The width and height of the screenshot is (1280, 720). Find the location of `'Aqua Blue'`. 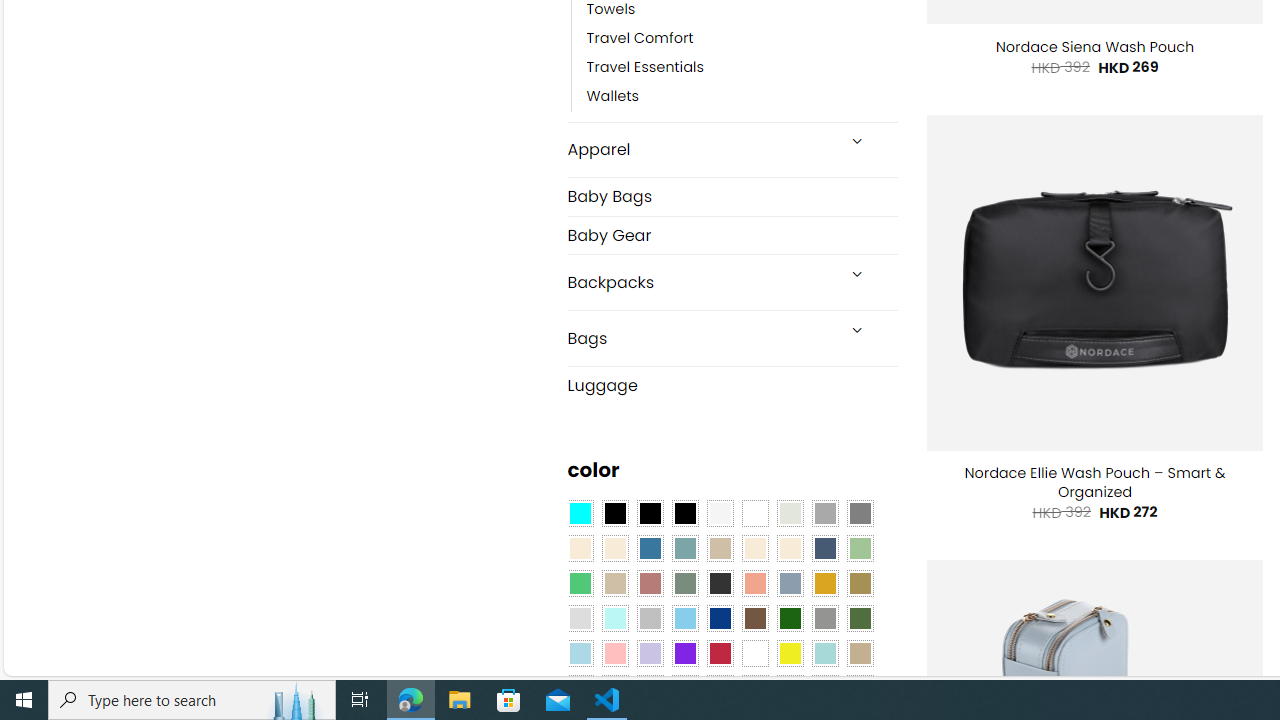

'Aqua Blue' is located at coordinates (578, 513).